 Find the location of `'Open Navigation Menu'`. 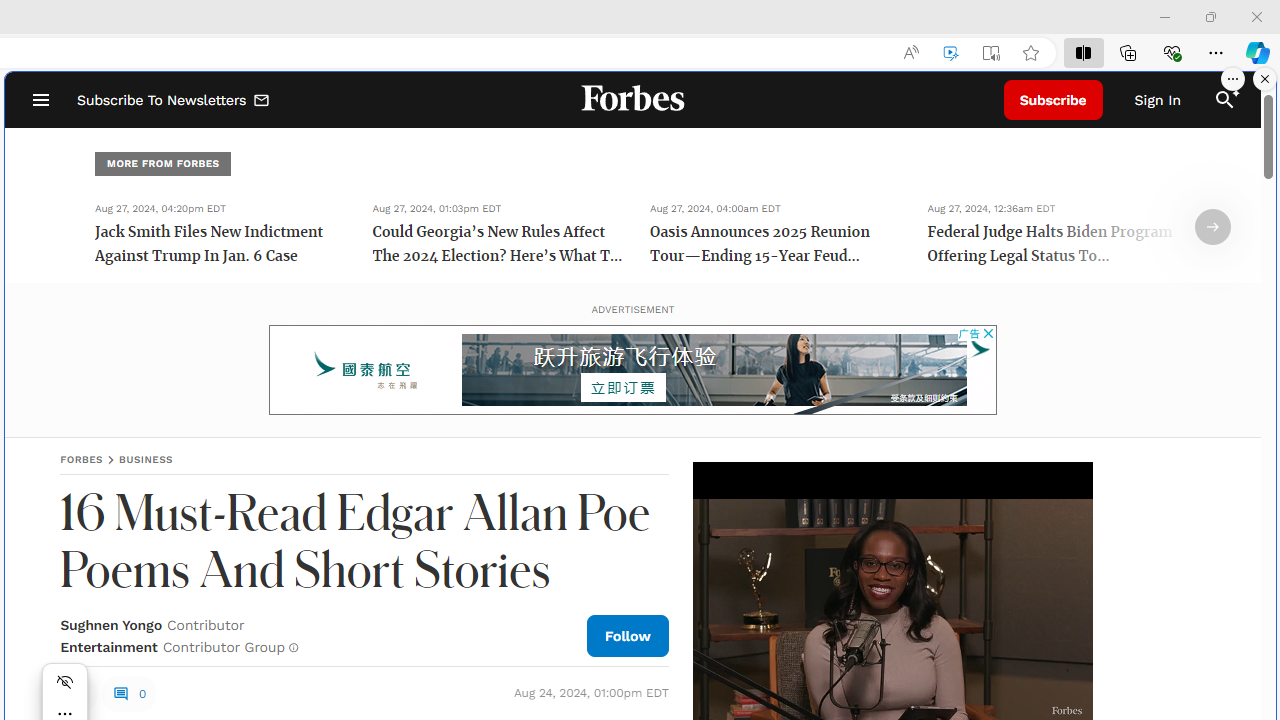

'Open Navigation Menu' is located at coordinates (40, 100).